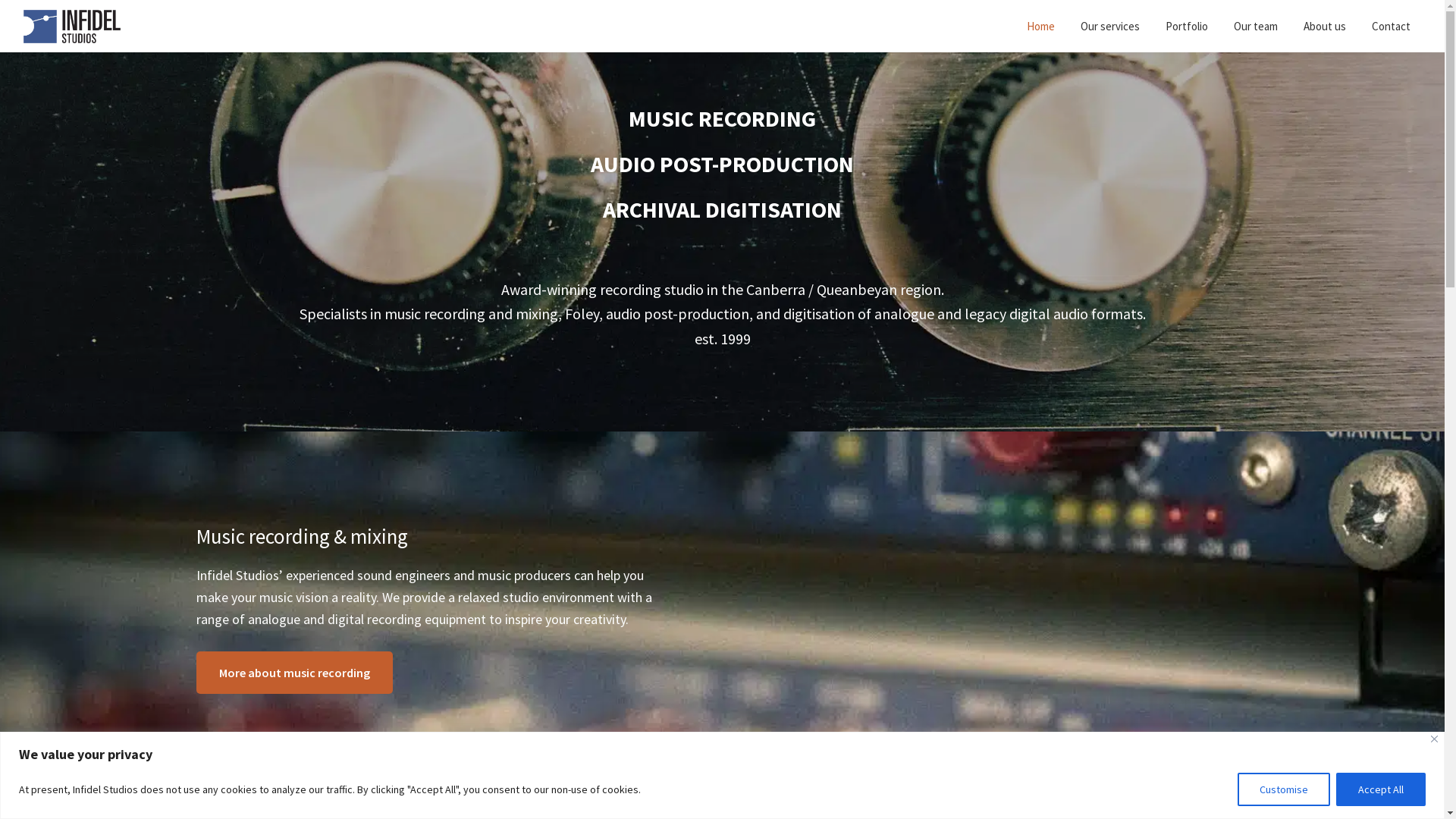 Image resolution: width=1456 pixels, height=819 pixels. I want to click on 'Our team', so click(1256, 26).